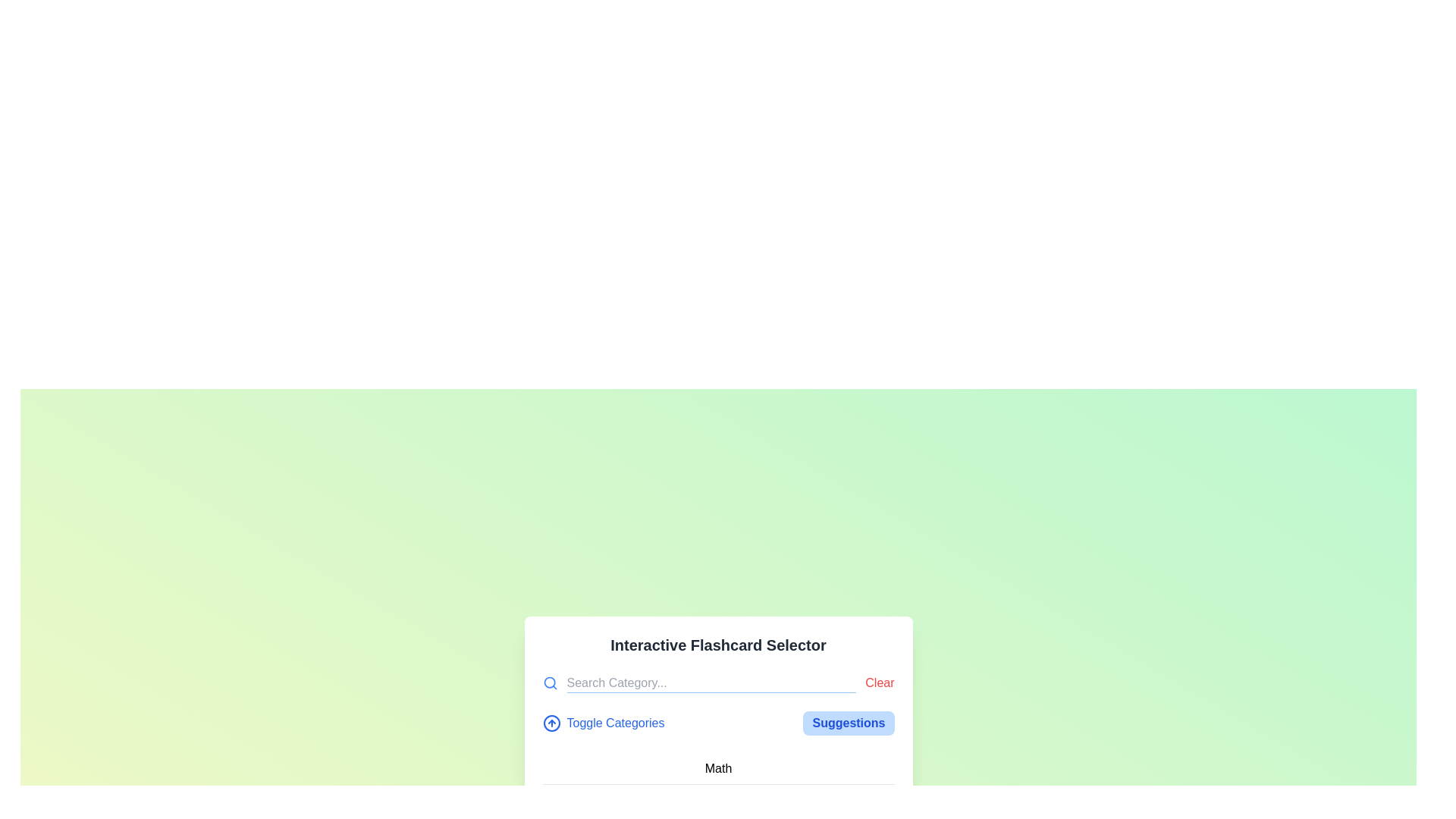 This screenshot has height=819, width=1456. What do you see at coordinates (717, 768) in the screenshot?
I see `to select the 'Math' category from the Text List Item located just below the 'Interactive Flashcard Selector' header` at bounding box center [717, 768].